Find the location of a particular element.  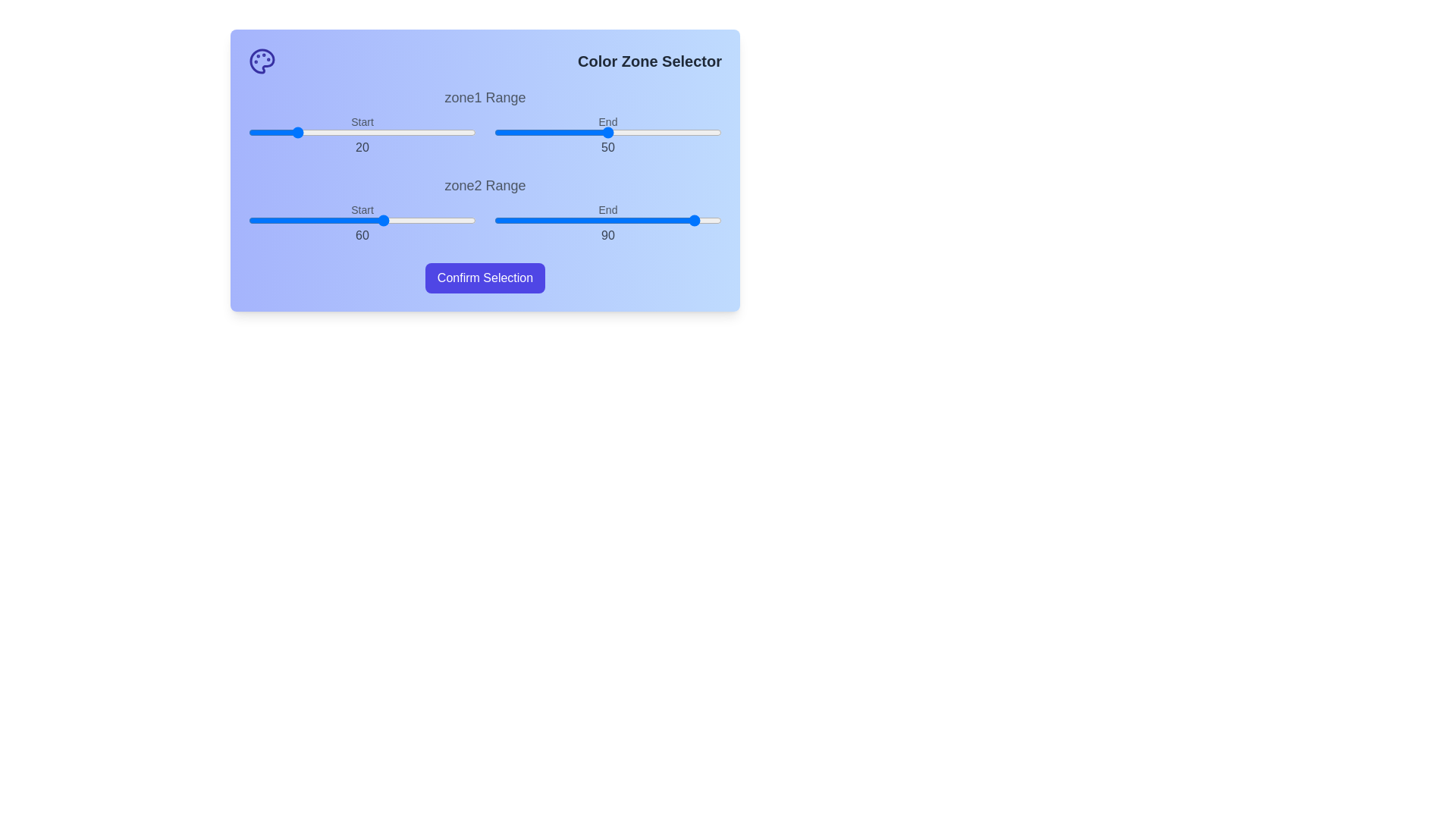

the end range slider for zone2 to 67 is located at coordinates (647, 220).